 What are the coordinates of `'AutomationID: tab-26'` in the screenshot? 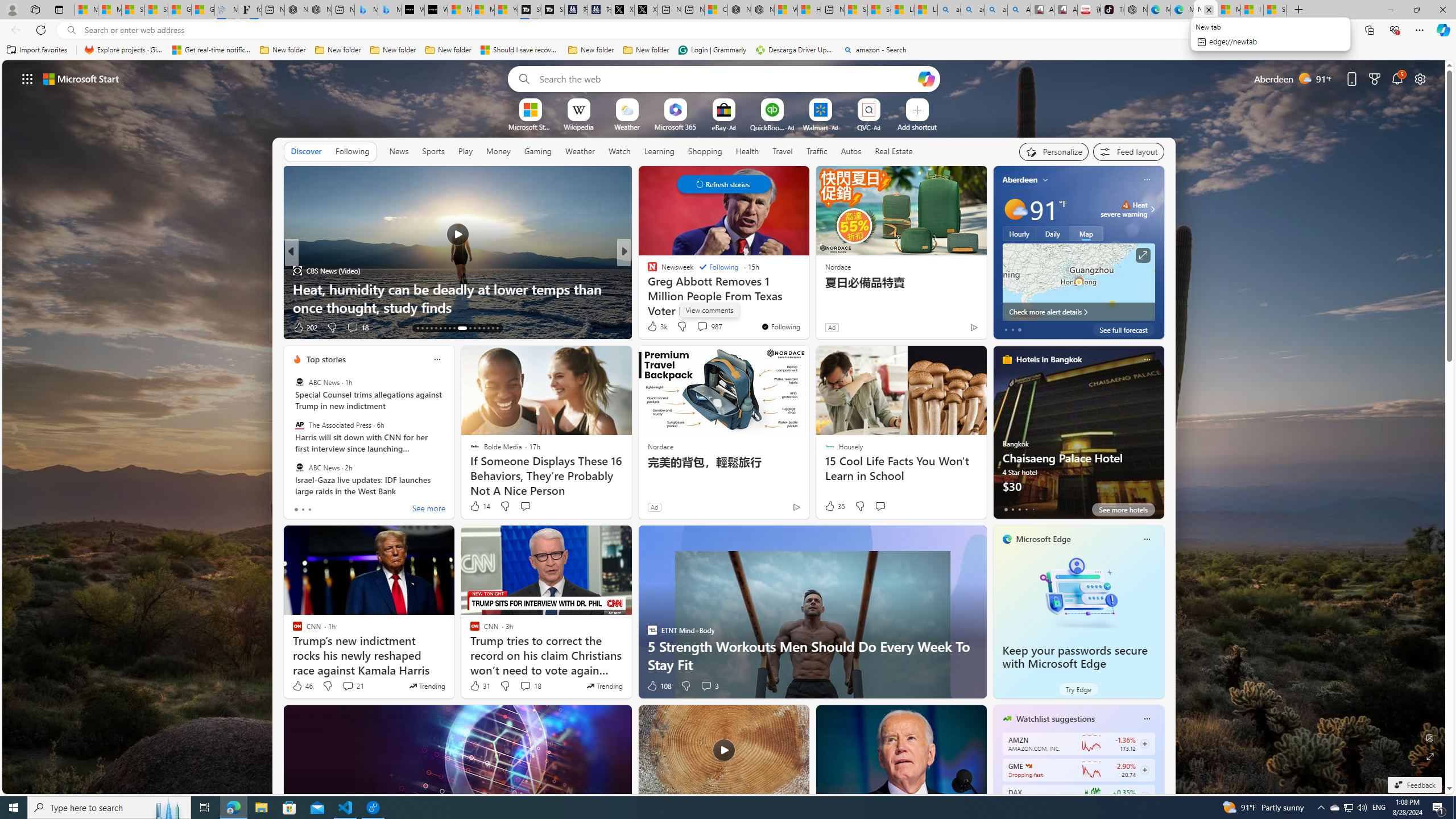 It's located at (482, 328).